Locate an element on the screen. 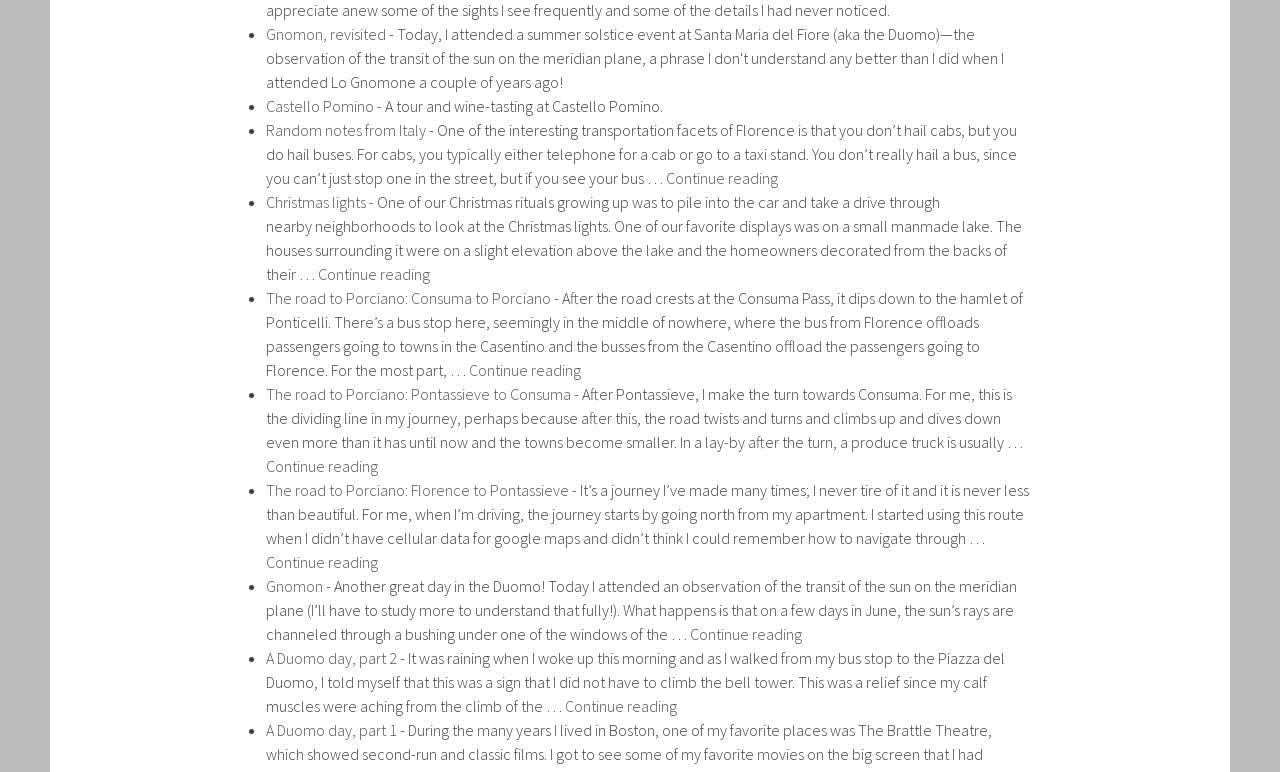 This screenshot has height=772, width=1280. 'A Duomo day, part 2' is located at coordinates (331, 656).